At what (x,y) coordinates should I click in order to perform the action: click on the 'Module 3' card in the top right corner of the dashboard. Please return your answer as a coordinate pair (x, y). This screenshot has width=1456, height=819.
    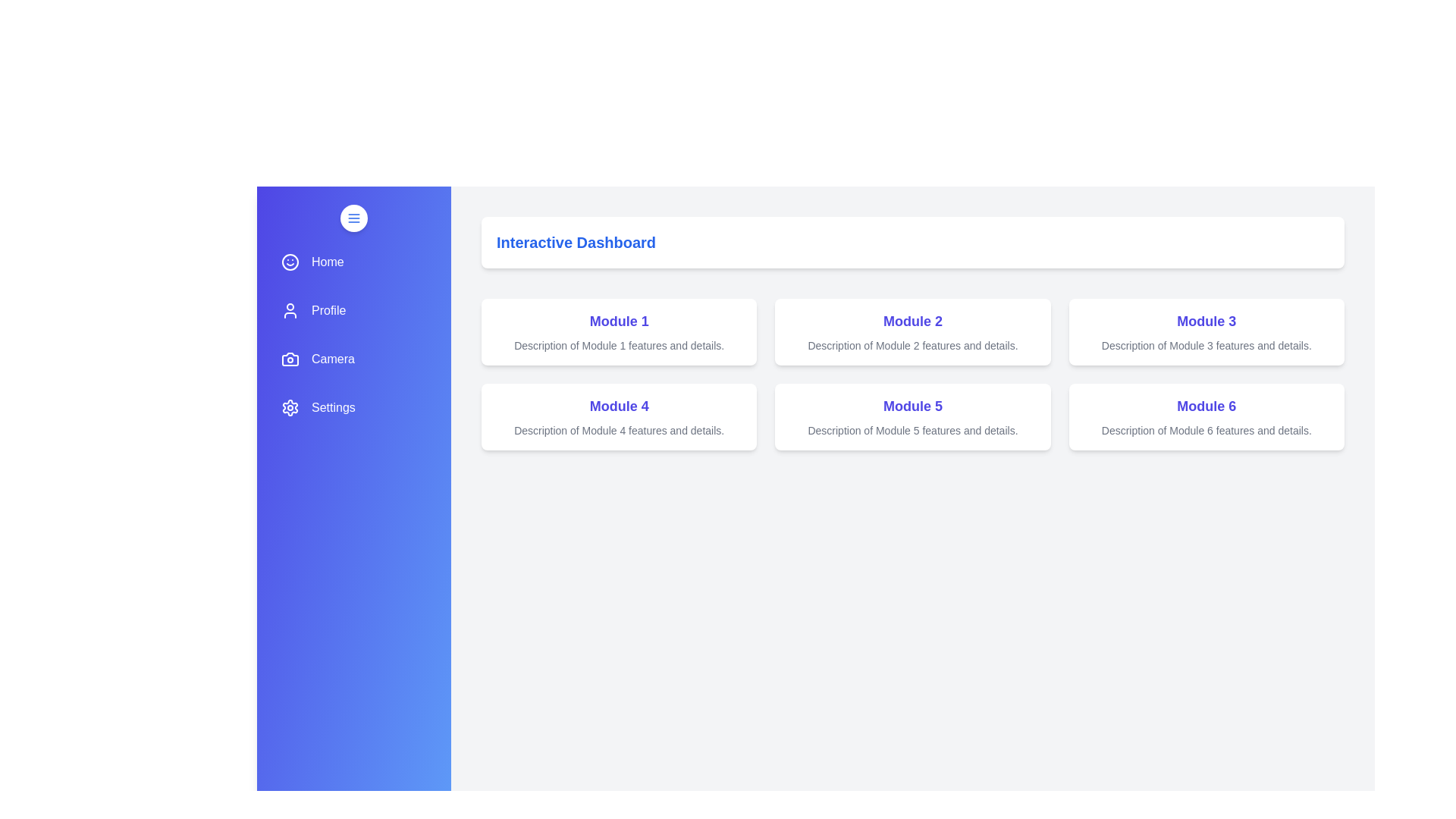
    Looking at the image, I should click on (1206, 331).